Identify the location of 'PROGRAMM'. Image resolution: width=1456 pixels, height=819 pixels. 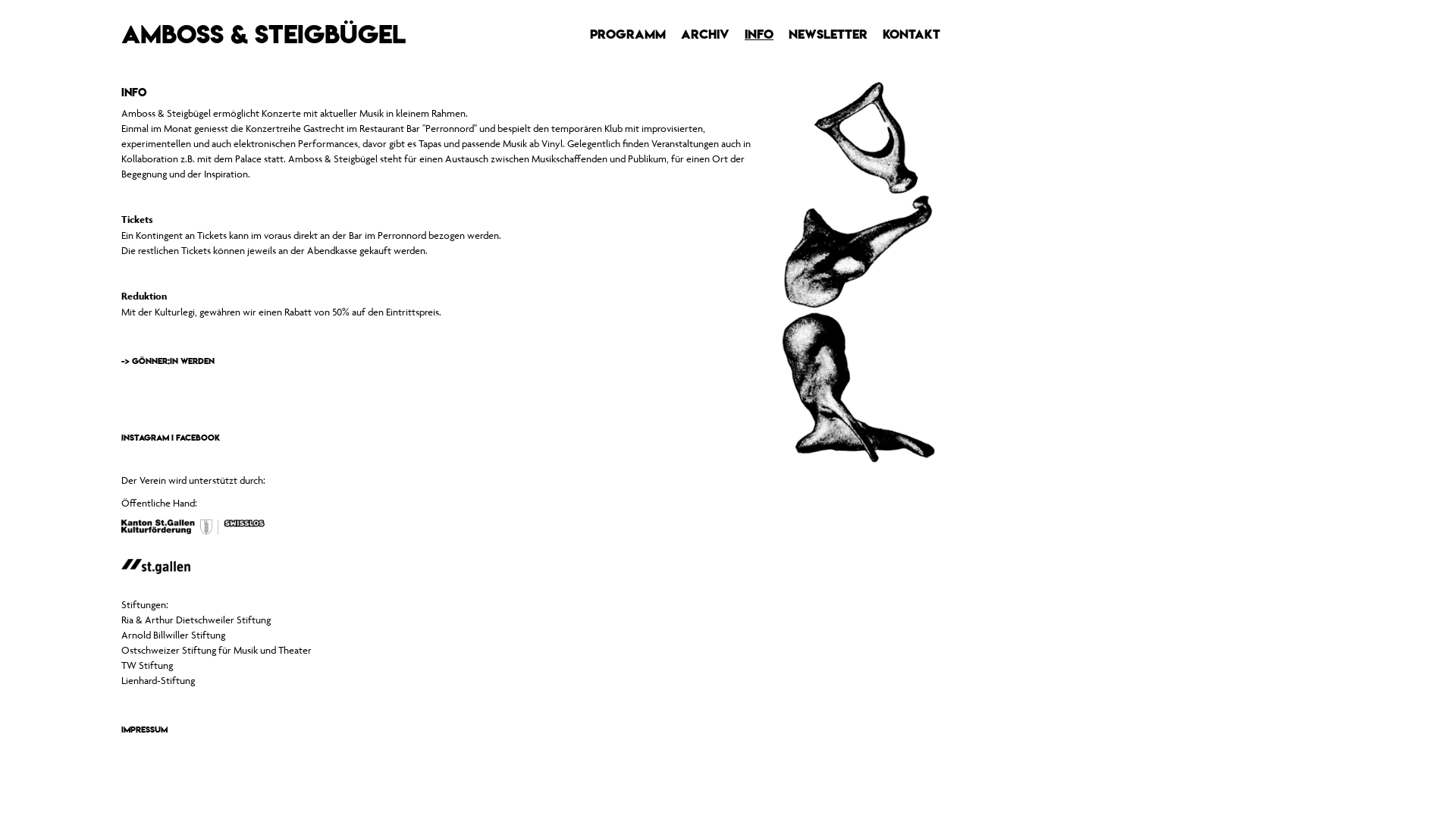
(628, 34).